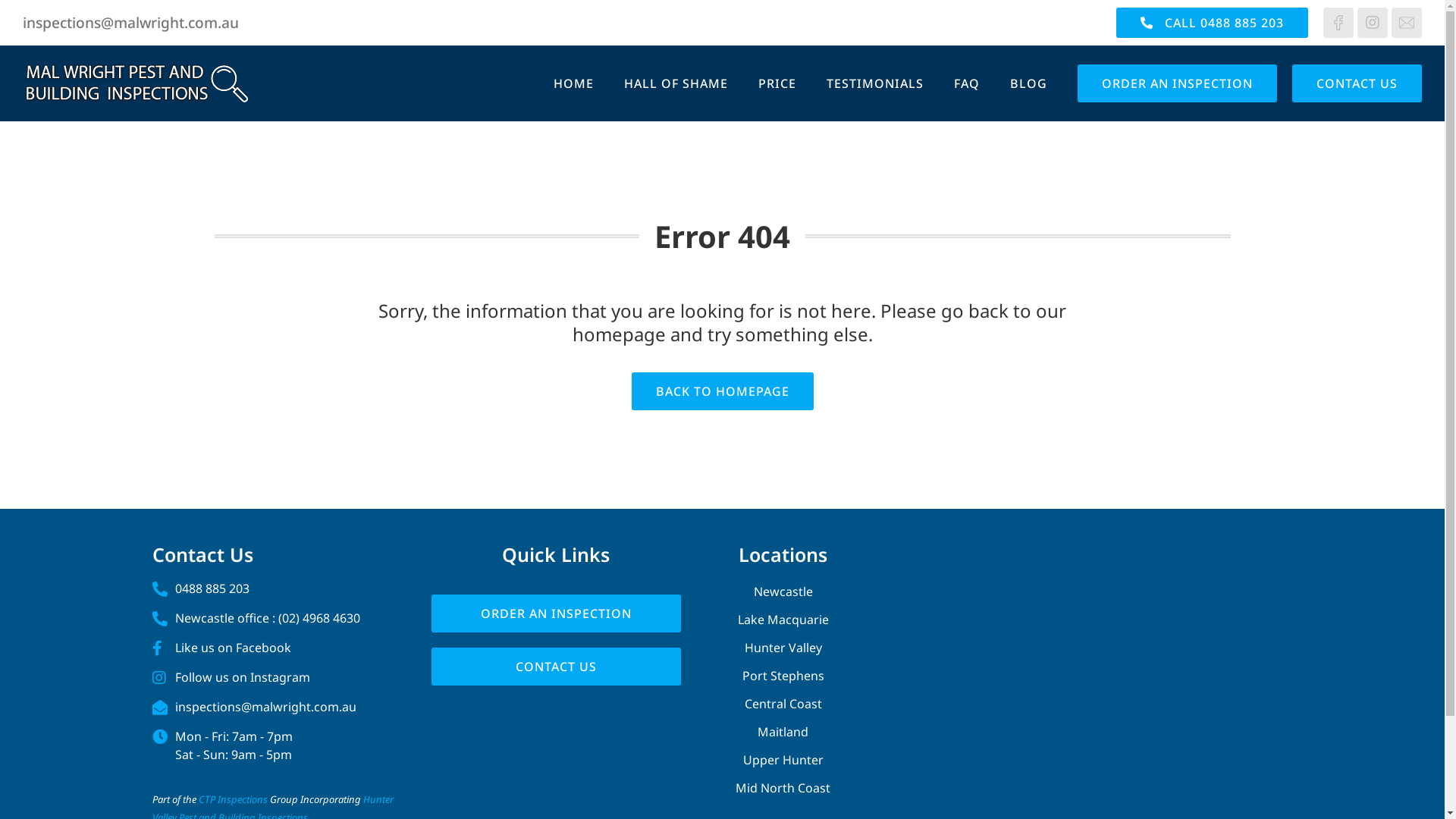 This screenshot has width=1456, height=819. Describe the element at coordinates (783, 786) in the screenshot. I see `'Mid North Coast'` at that location.